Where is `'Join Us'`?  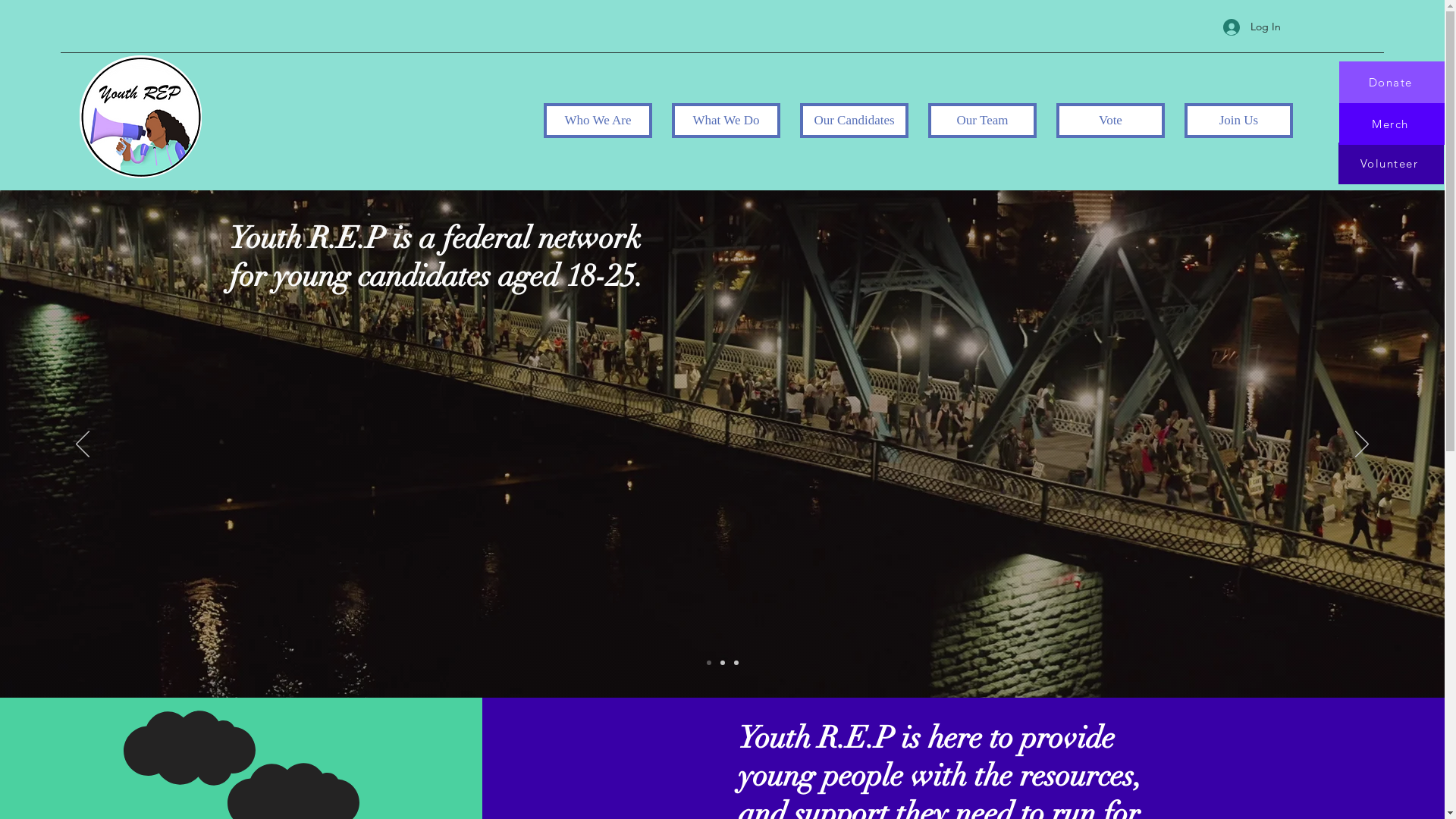 'Join Us' is located at coordinates (1238, 119).